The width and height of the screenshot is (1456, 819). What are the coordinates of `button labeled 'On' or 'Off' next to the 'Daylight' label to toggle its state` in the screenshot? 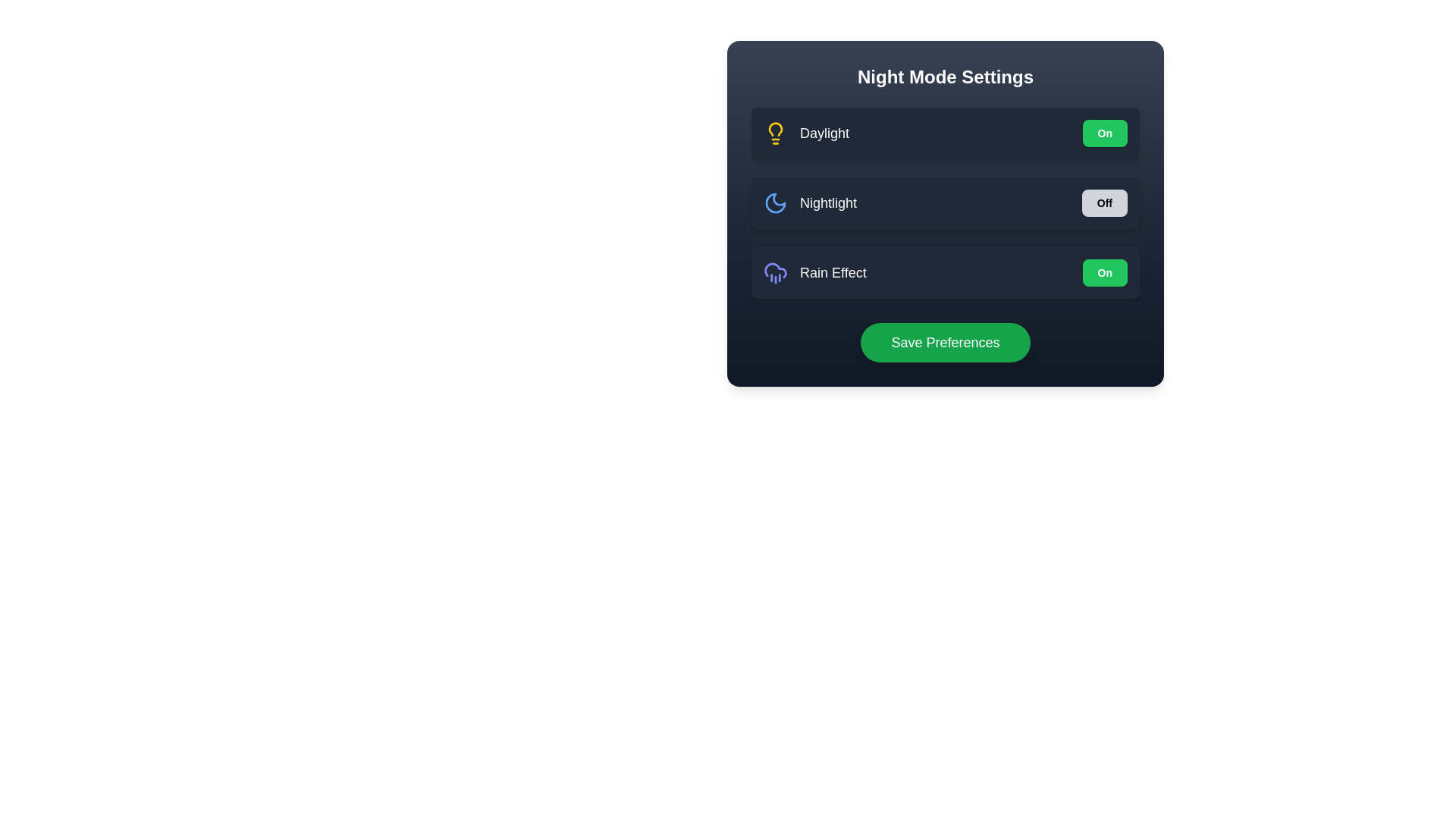 It's located at (1105, 133).